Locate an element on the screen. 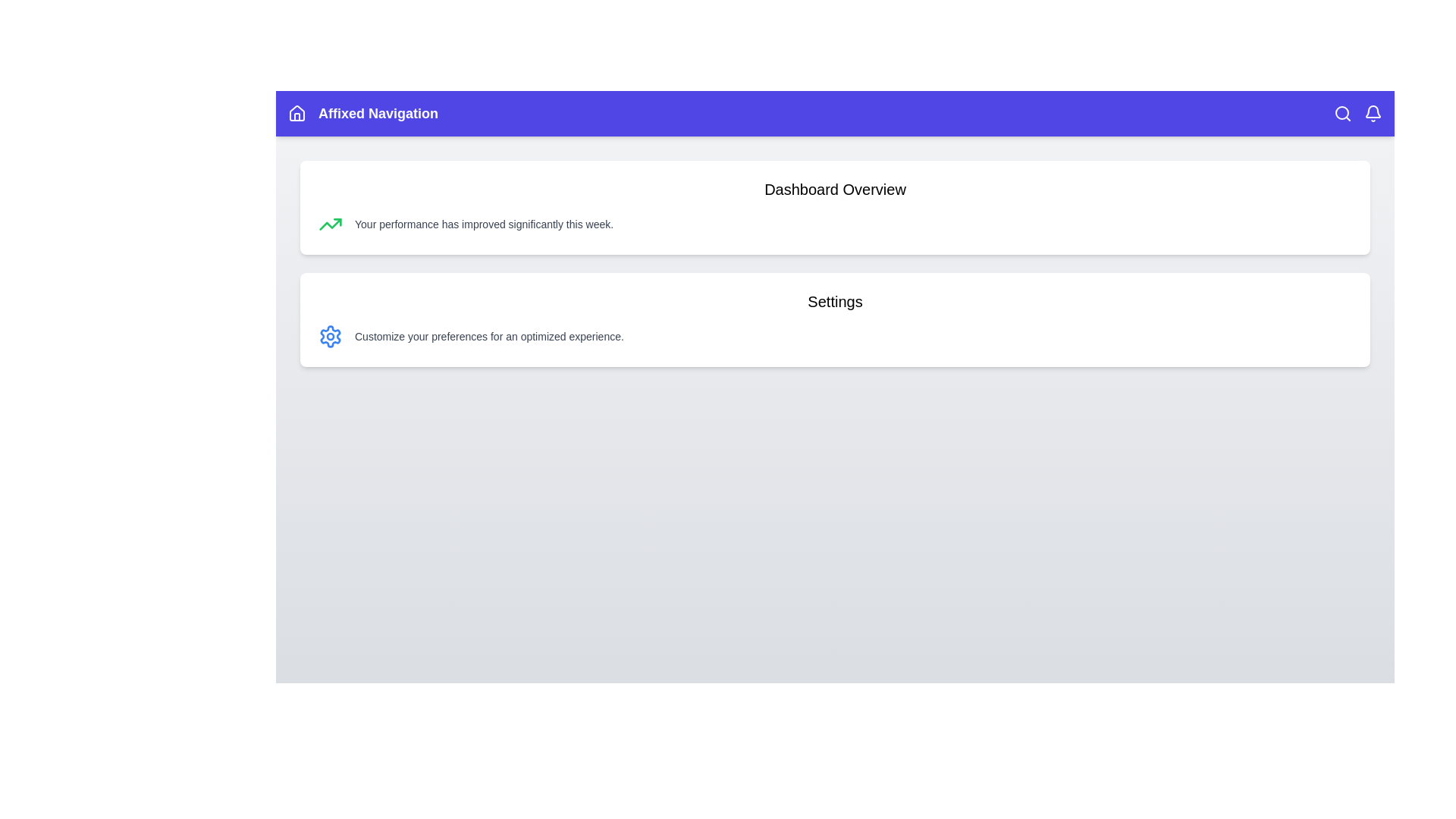 The height and width of the screenshot is (819, 1456). the bell icon button located in the top-right corner of the blue navigation bar is located at coordinates (1373, 113).